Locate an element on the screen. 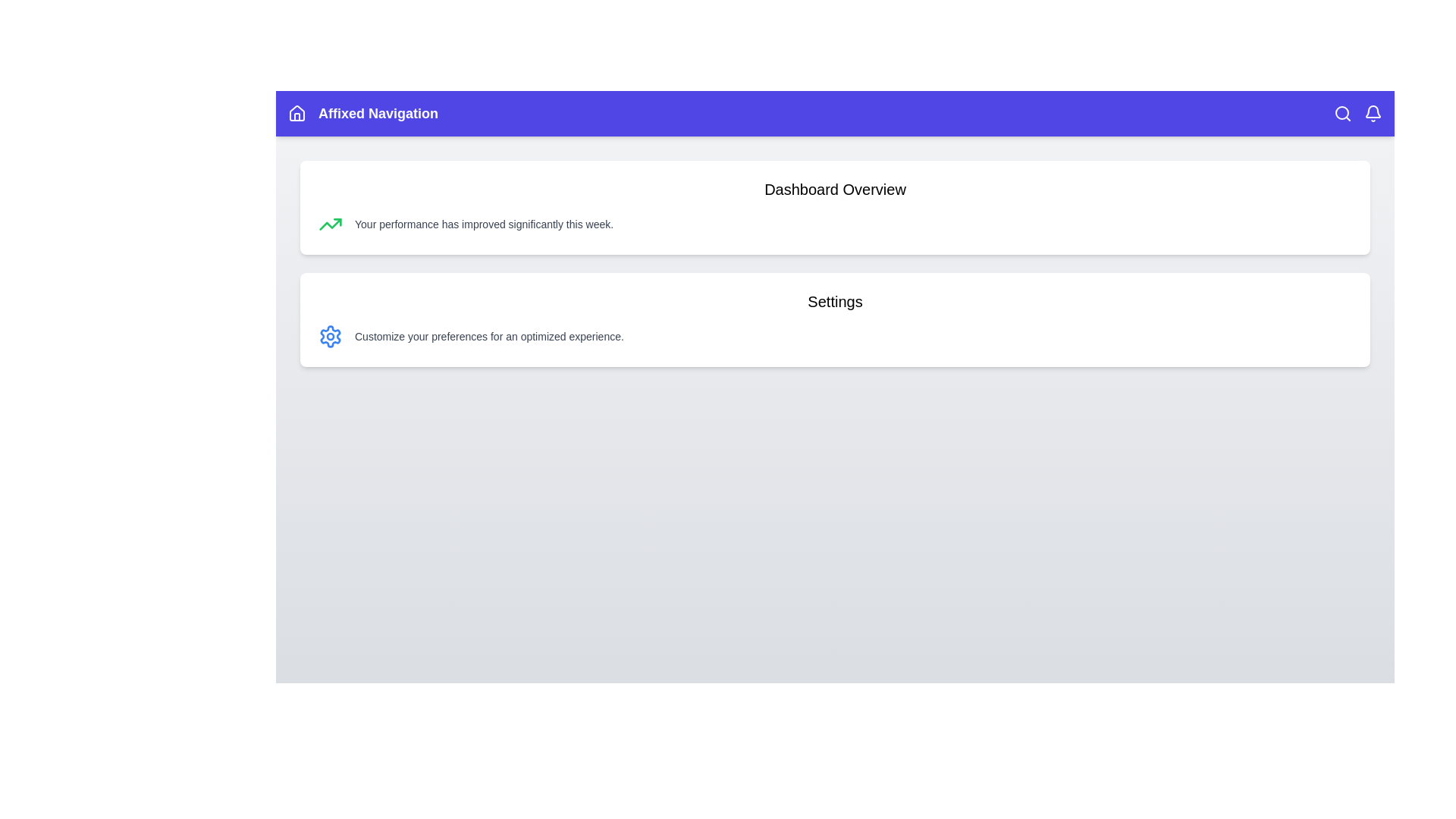 The height and width of the screenshot is (819, 1456). the bell icon button located in the top-right corner of the blue navigation bar is located at coordinates (1373, 113).